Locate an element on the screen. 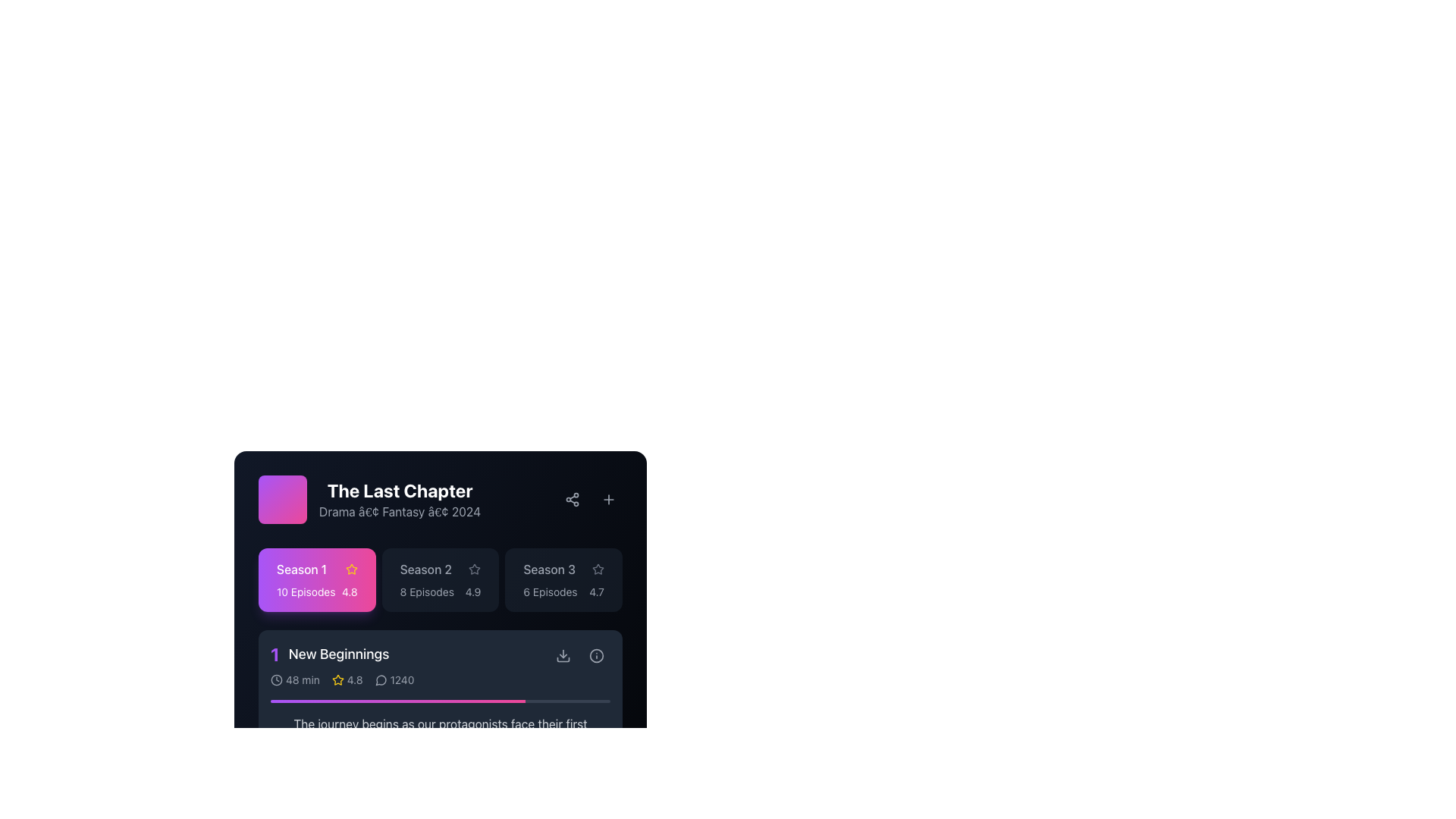 This screenshot has height=819, width=1456. the Text display element showing '10 Episodes' and '4.8' rating, located in the highlighted section labeled 'Season 1' in the upper left of the season selection area is located at coordinates (316, 591).